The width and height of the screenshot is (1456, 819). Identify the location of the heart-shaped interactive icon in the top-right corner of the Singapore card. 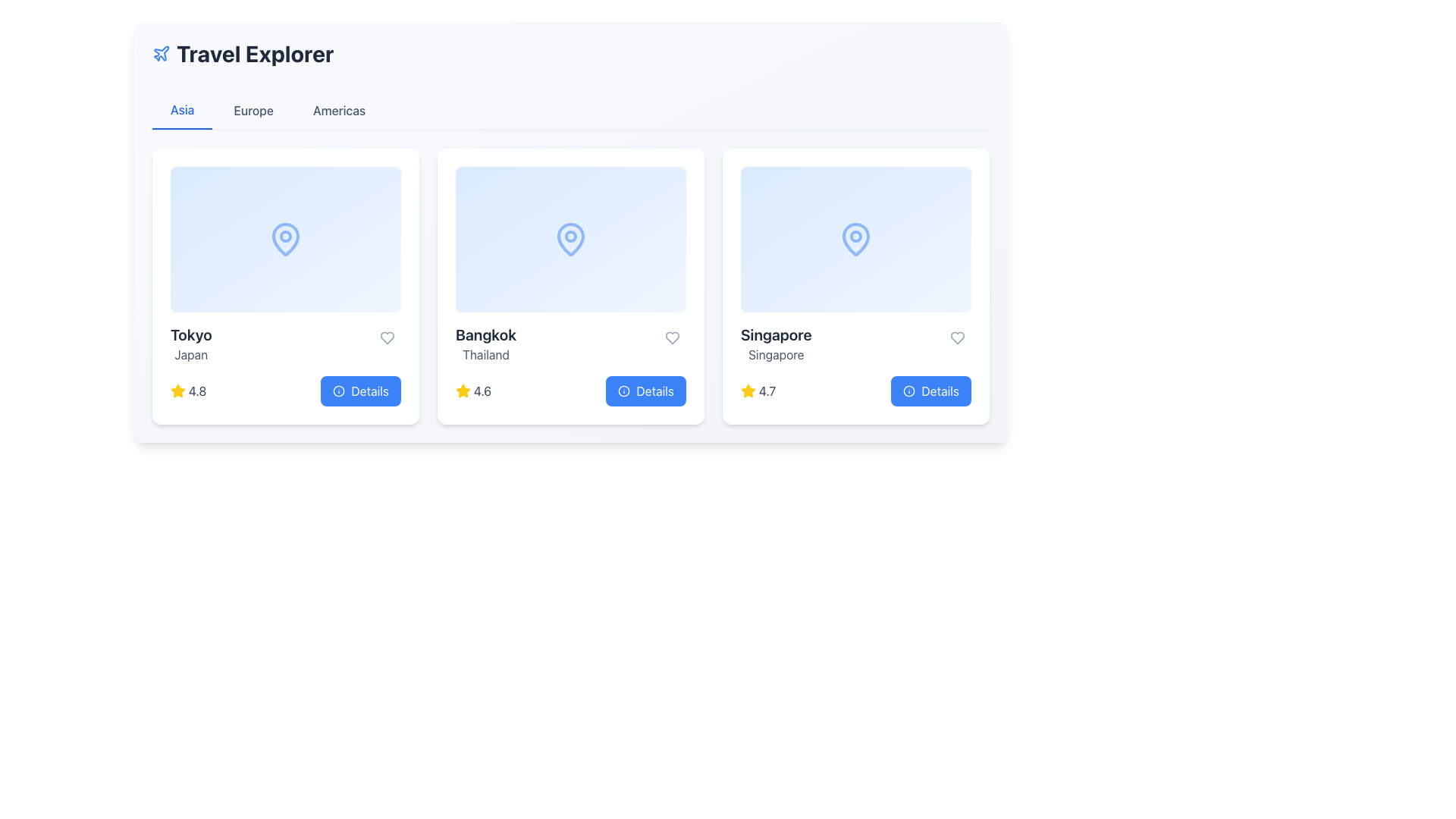
(956, 337).